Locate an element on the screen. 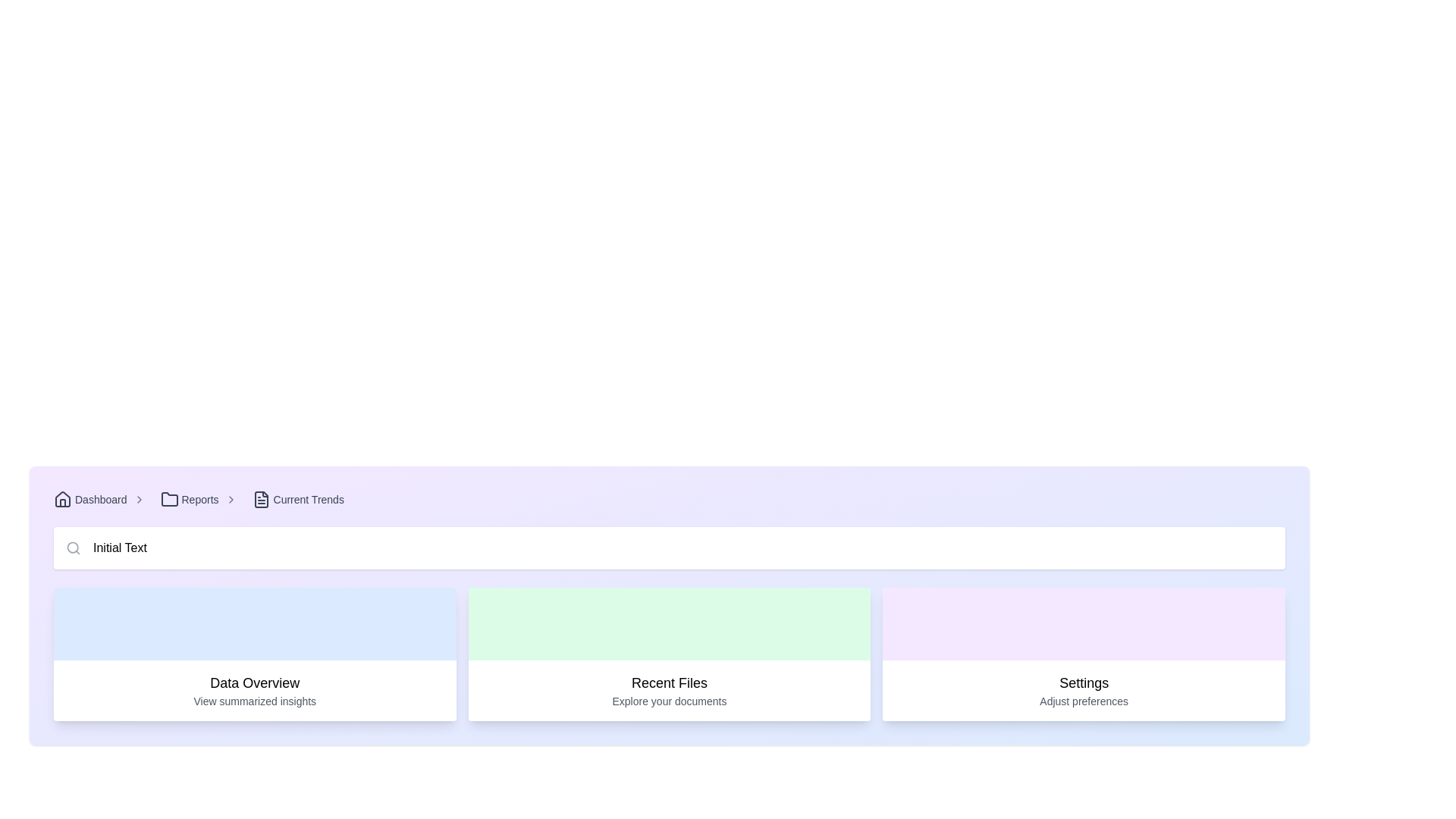 The height and width of the screenshot is (819, 1456). the static text element that indicates the current page or section in the breadcrumb navigation, positioned to the right of the home icon is located at coordinates (100, 500).